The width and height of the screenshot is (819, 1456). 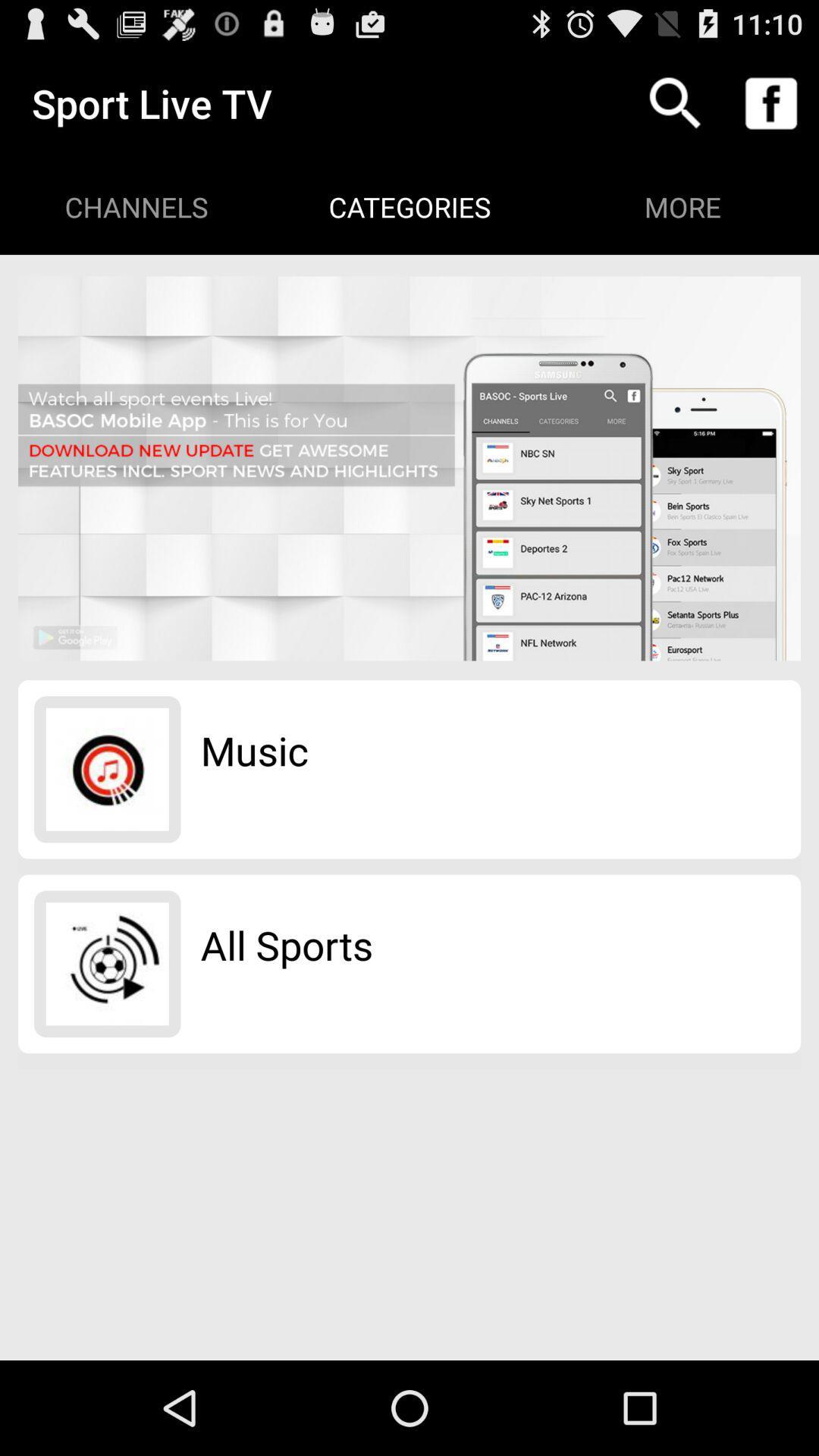 What do you see at coordinates (675, 102) in the screenshot?
I see `the item to the right of categories app` at bounding box center [675, 102].